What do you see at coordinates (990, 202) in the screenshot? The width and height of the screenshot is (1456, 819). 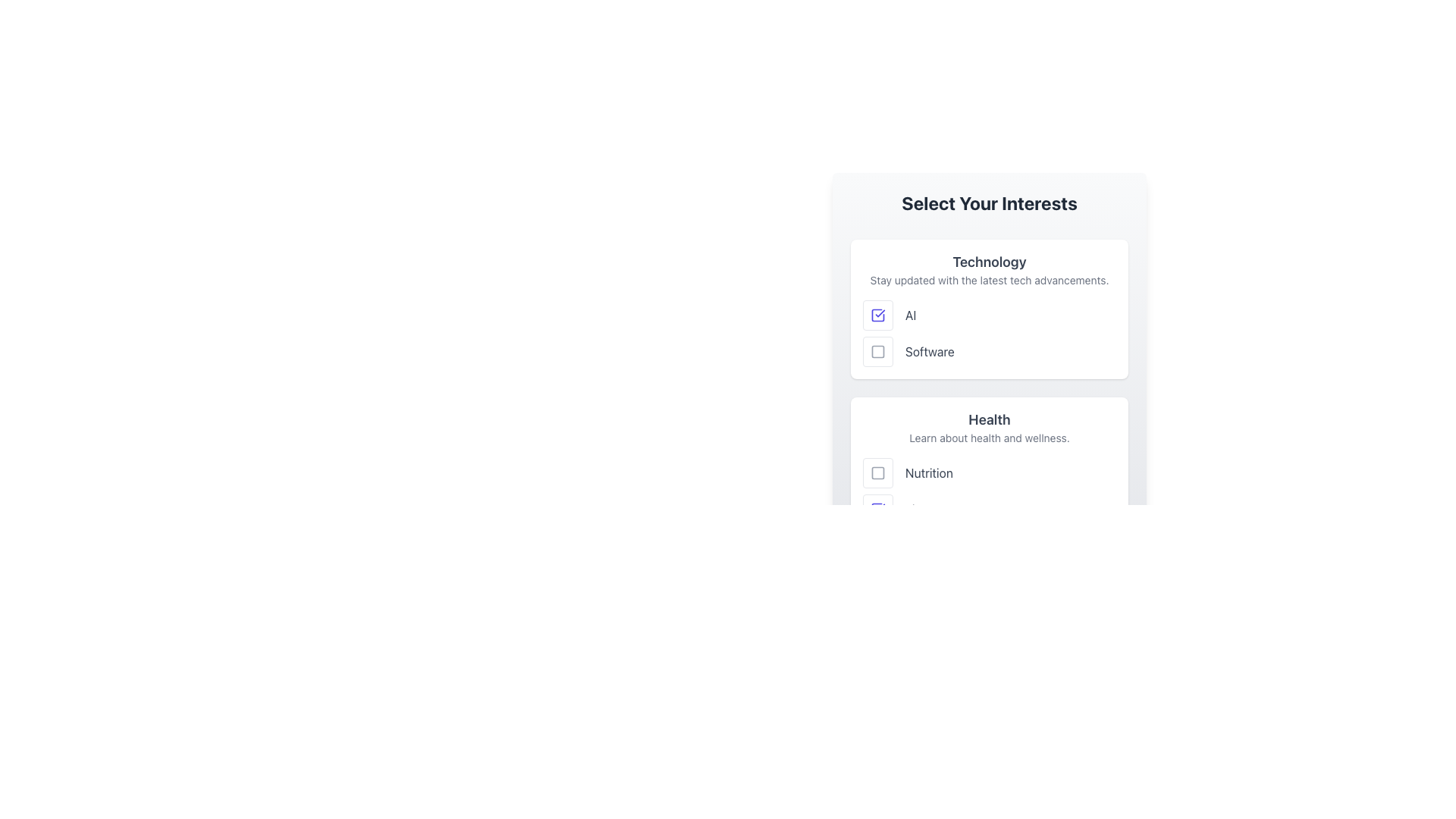 I see `the text label displaying 'Select Your Interests', which is a bold, large header centered at the top of the section` at bounding box center [990, 202].